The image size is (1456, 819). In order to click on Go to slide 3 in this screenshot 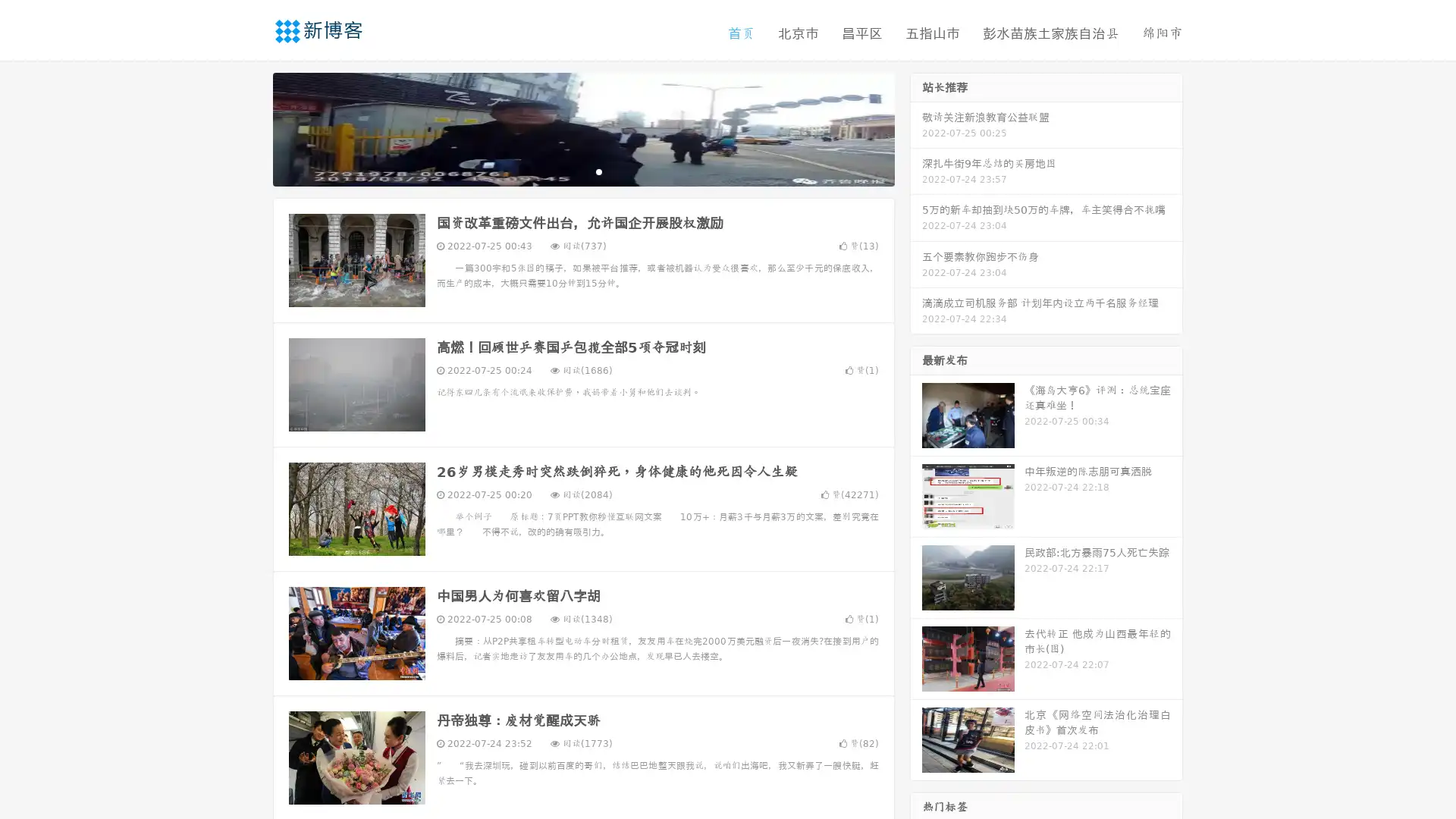, I will do `click(598, 171)`.